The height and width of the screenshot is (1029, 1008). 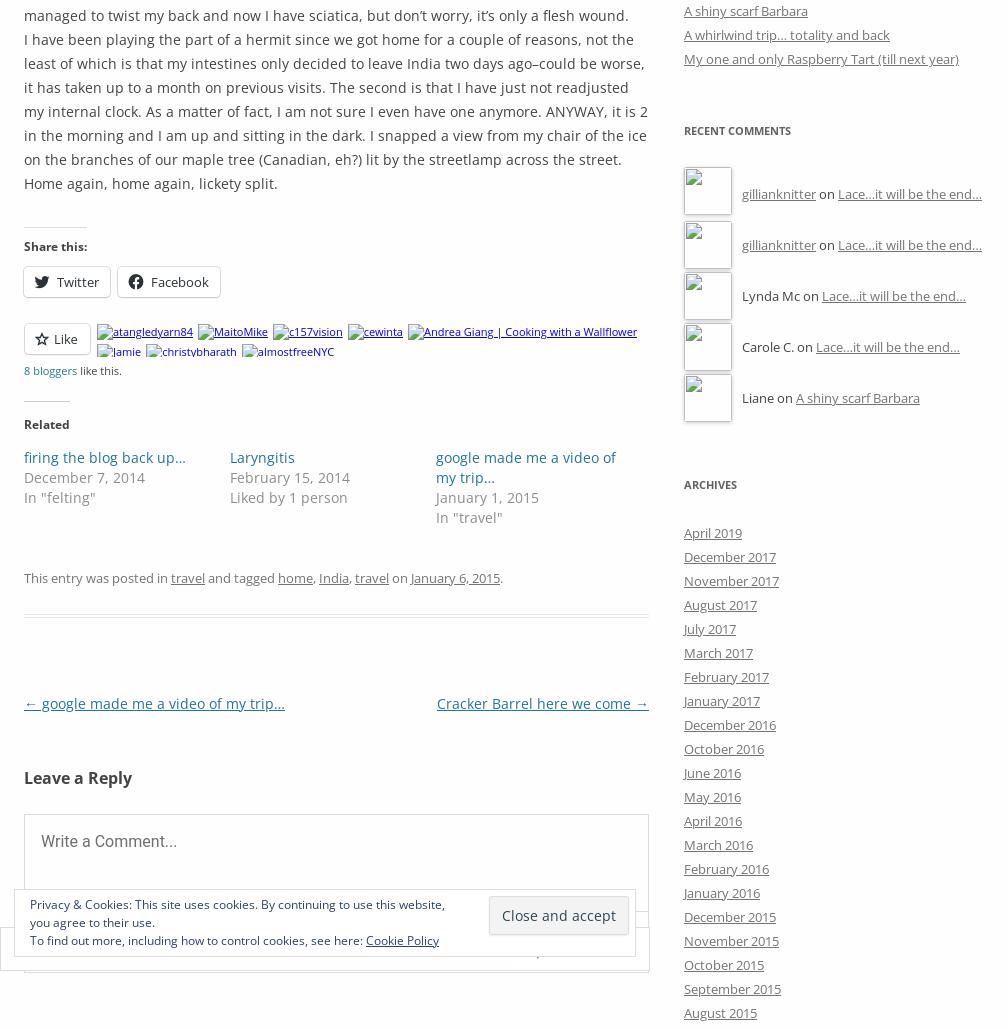 I want to click on 'Archives', so click(x=710, y=483).